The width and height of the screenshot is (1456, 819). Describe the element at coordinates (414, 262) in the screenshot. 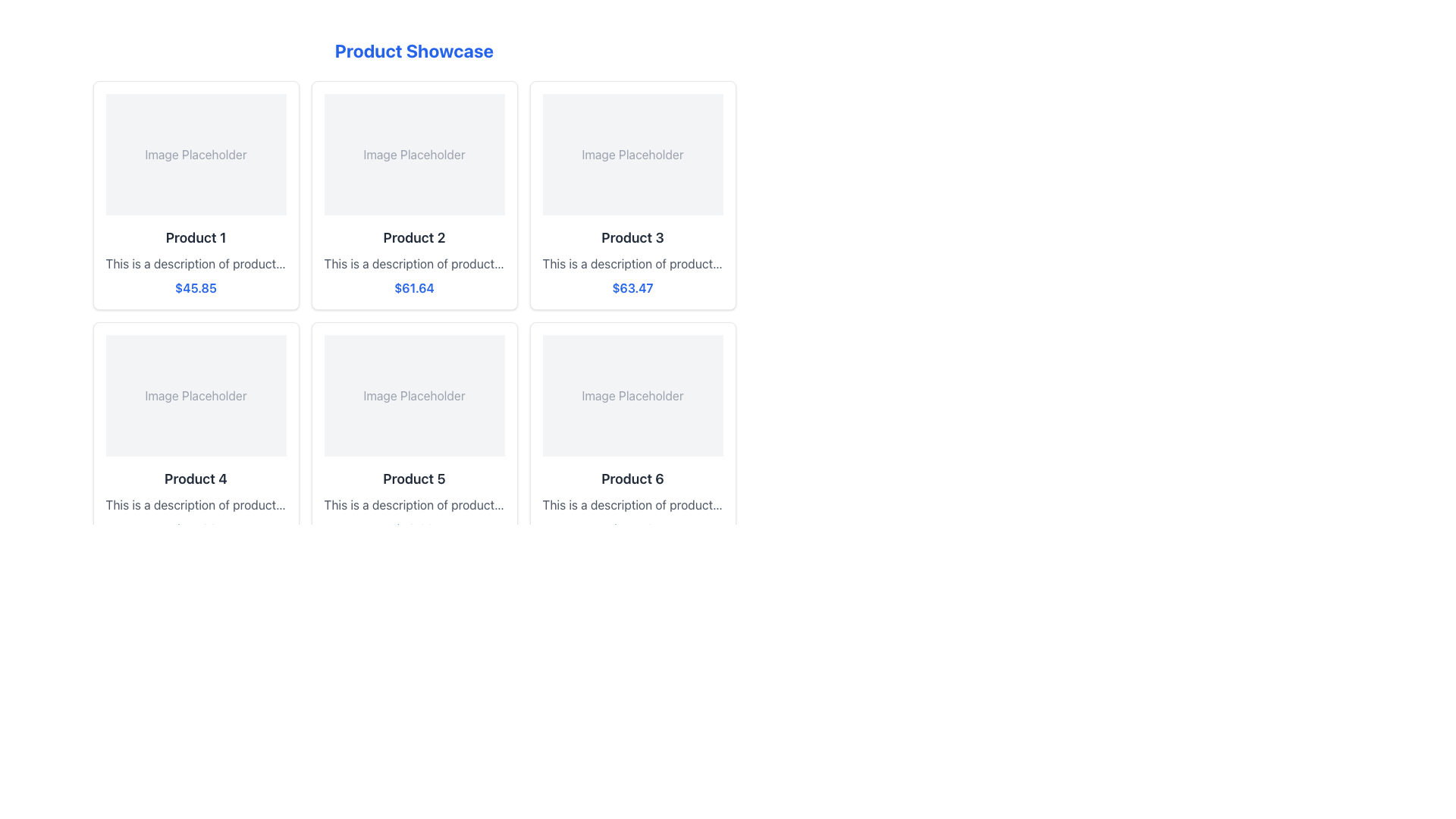

I see `the static text element that provides additional information about Product 2, which is located in the second card of the top row, between the product title and the price` at that location.